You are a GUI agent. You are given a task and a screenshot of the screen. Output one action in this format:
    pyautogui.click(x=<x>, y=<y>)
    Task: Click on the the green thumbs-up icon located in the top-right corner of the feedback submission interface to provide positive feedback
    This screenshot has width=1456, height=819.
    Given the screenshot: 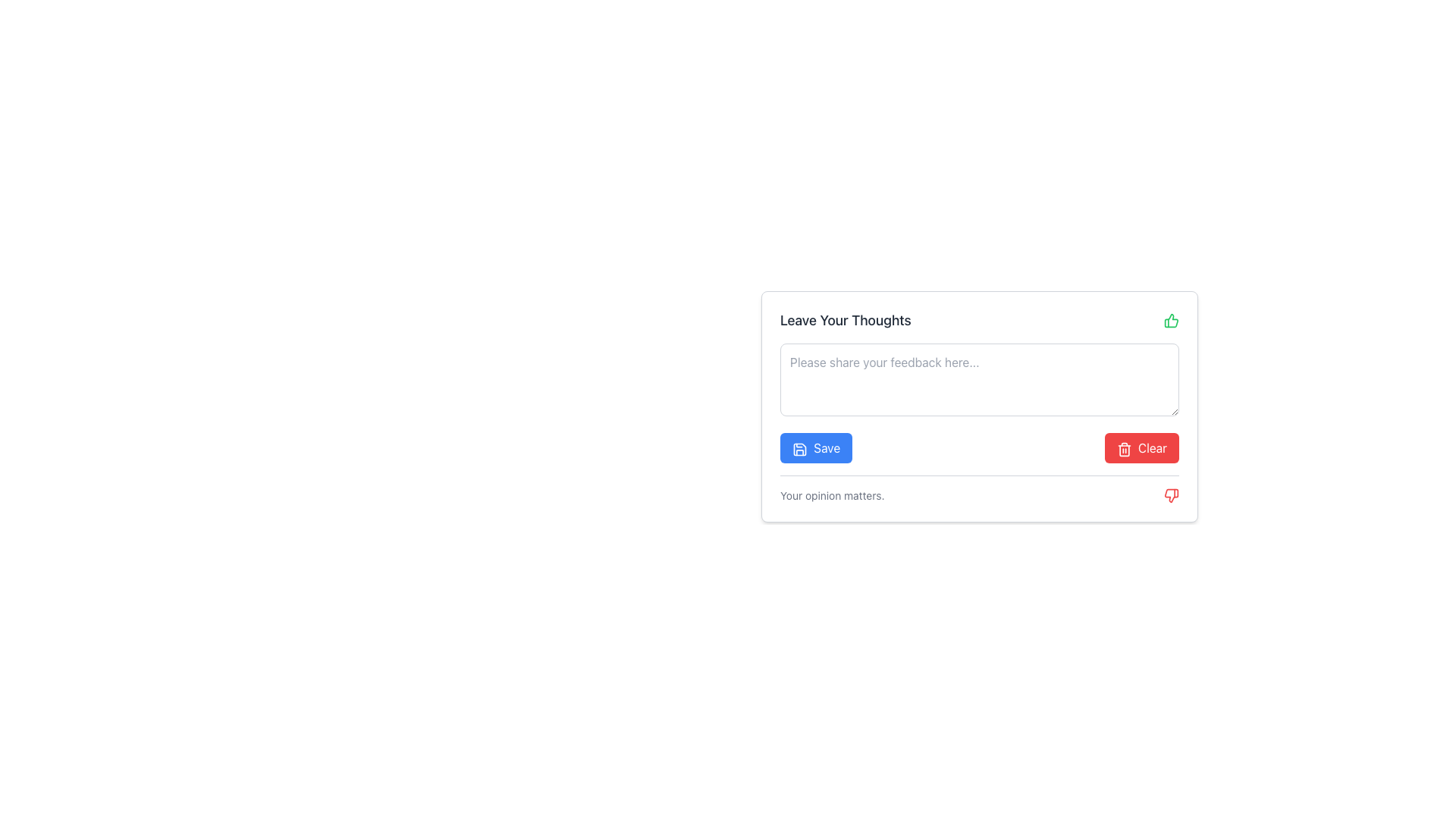 What is the action you would take?
    pyautogui.click(x=1171, y=320)
    